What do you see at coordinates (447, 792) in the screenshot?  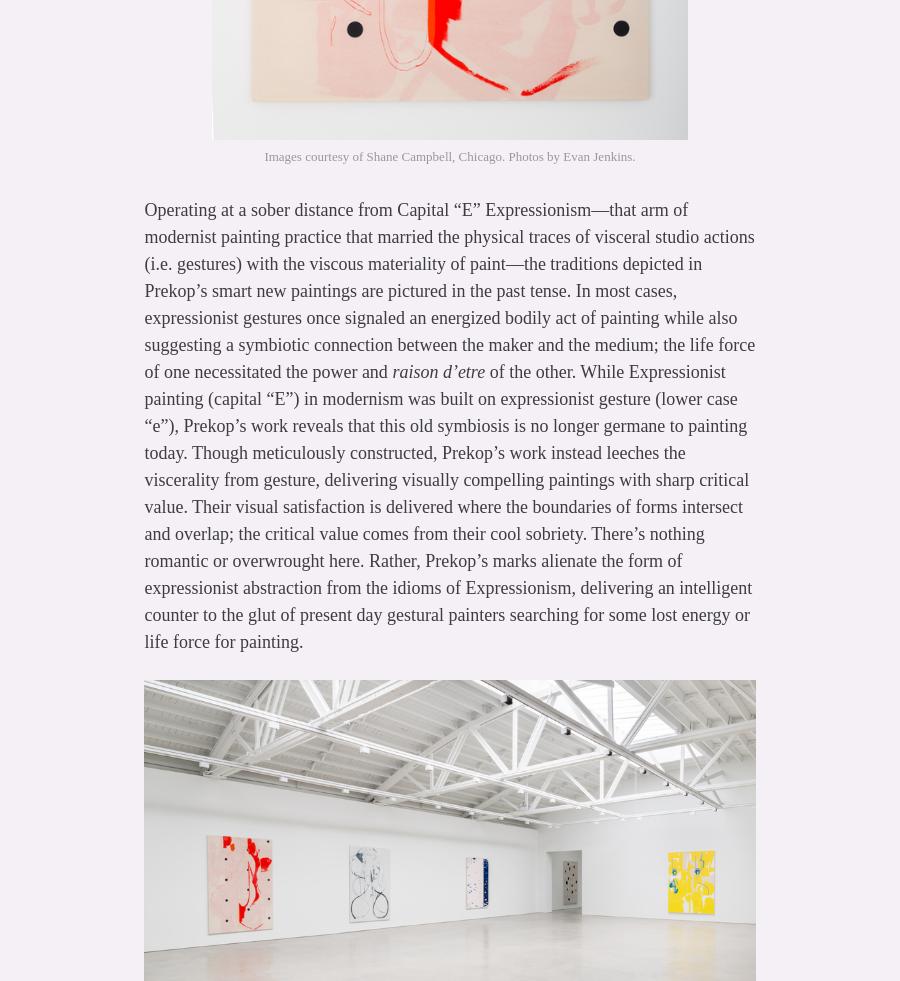 I see `', Howard Hurst’s “Who Has The Cure for Zombie Formalism,” at'` at bounding box center [447, 792].